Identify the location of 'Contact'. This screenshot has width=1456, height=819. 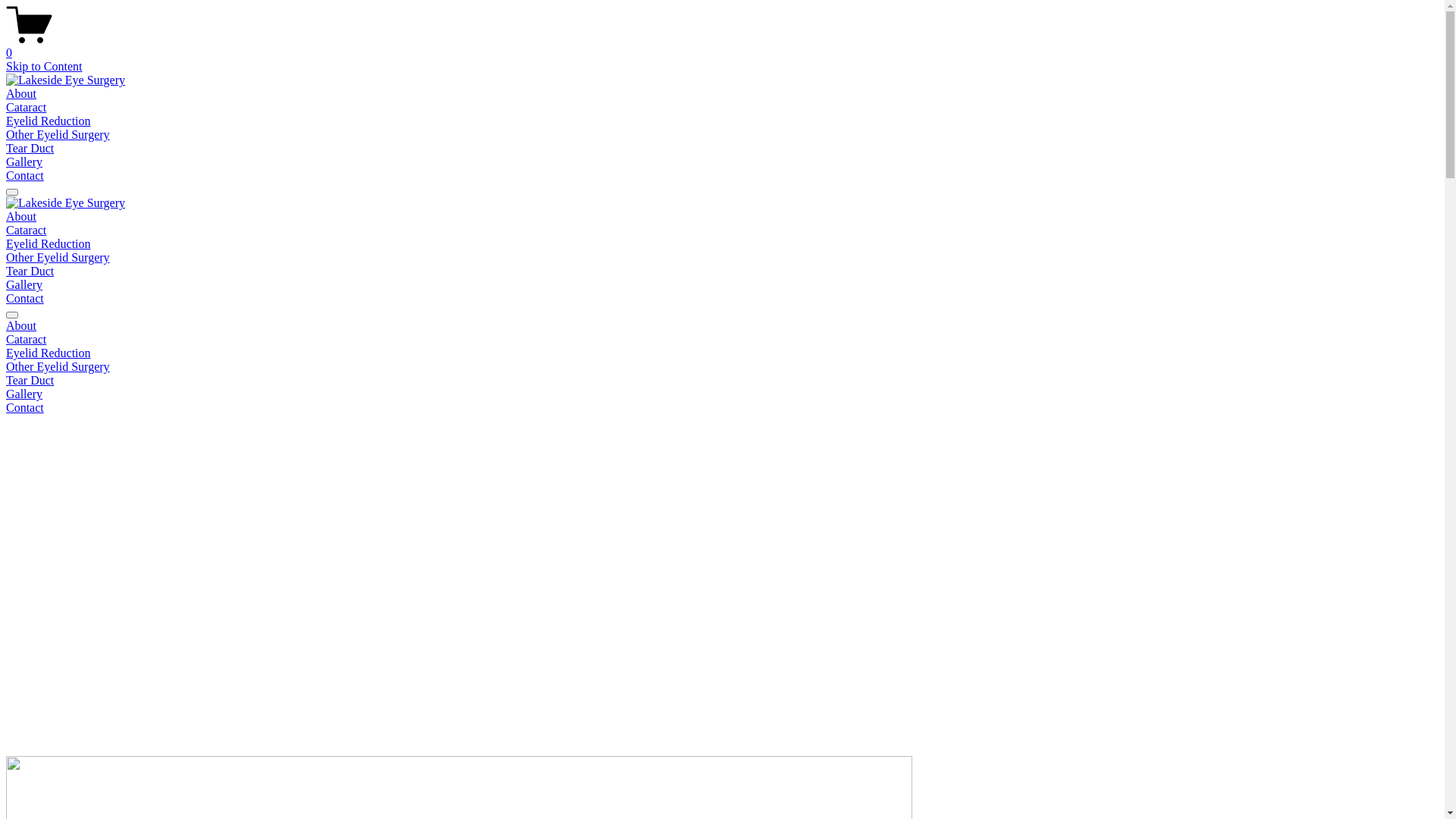
(721, 406).